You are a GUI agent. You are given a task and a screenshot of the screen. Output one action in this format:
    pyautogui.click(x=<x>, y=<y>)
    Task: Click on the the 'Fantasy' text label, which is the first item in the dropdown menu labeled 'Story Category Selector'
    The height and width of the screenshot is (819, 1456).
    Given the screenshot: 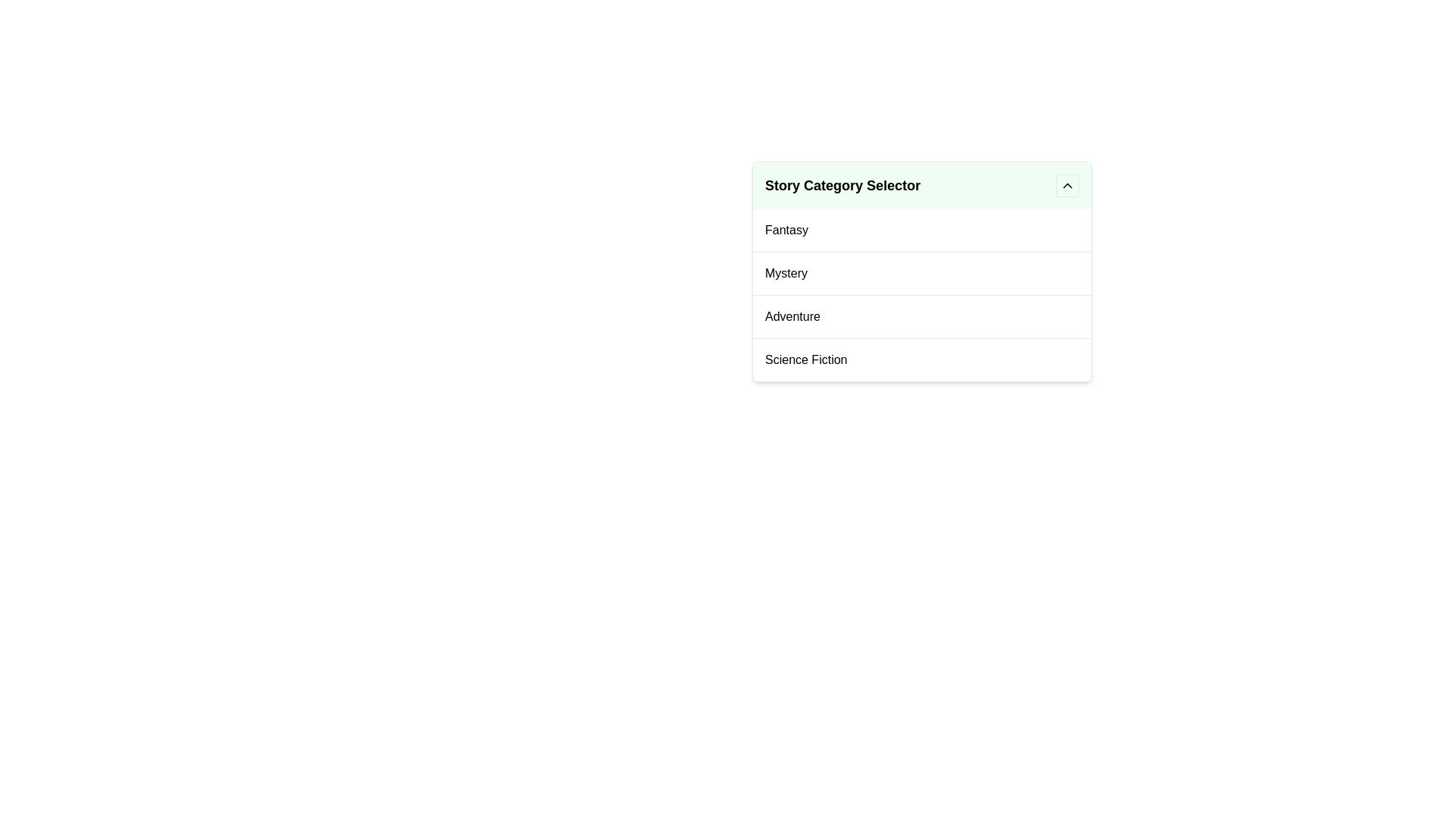 What is the action you would take?
    pyautogui.click(x=786, y=231)
    